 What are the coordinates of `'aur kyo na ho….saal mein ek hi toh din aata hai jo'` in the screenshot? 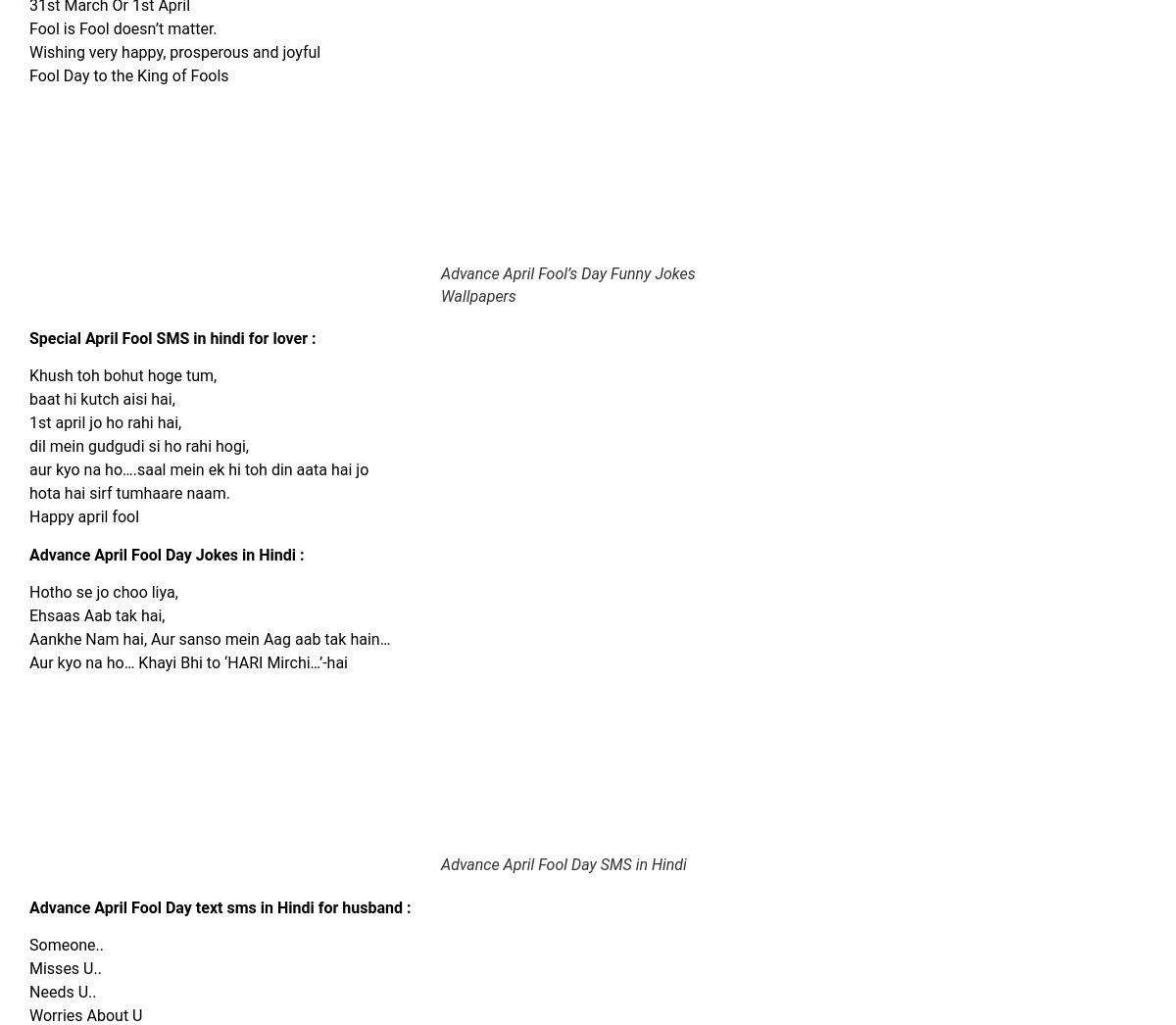 It's located at (29, 469).